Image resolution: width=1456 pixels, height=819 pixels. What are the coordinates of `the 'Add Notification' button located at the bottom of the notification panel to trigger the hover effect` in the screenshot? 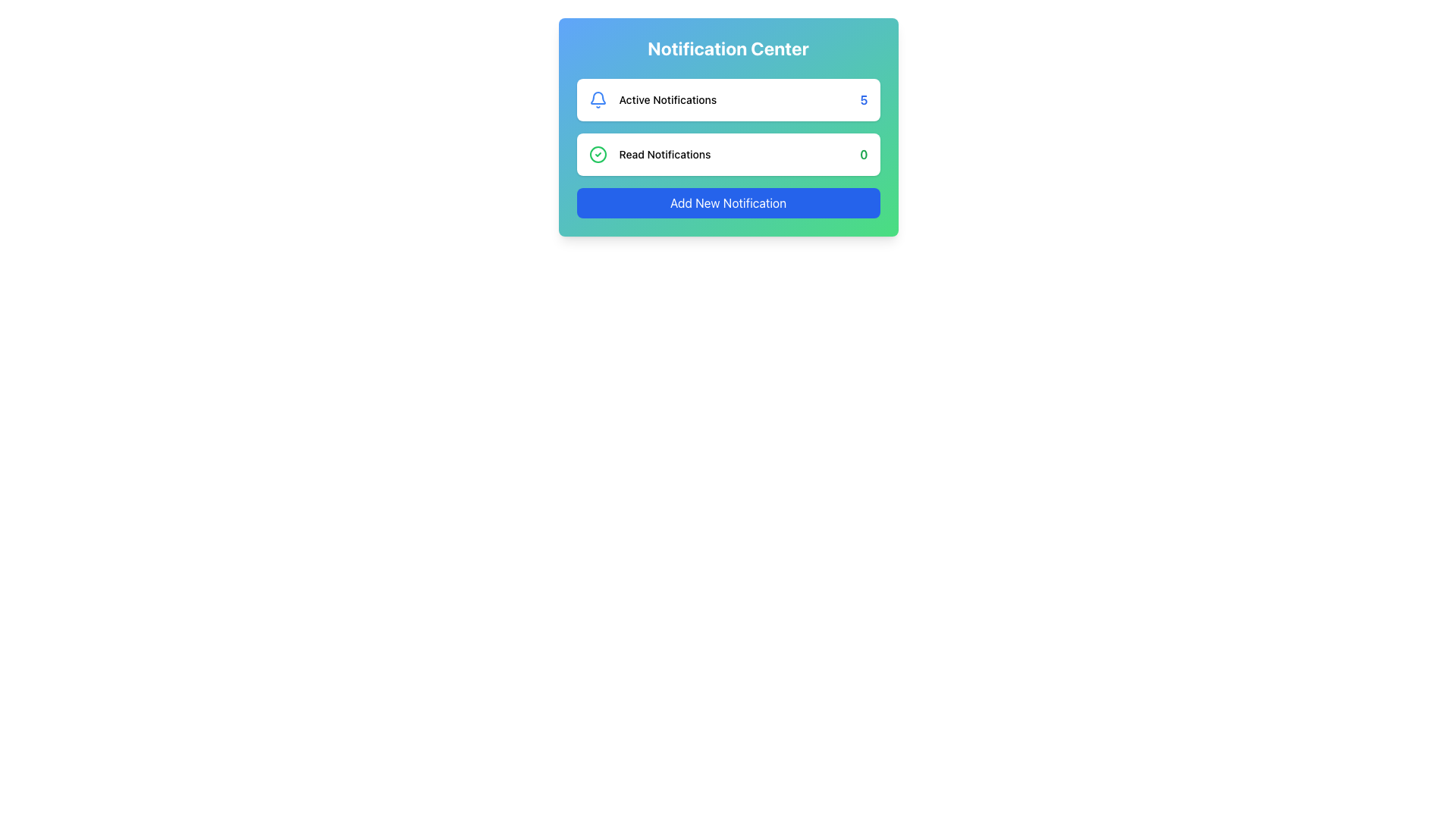 It's located at (728, 202).